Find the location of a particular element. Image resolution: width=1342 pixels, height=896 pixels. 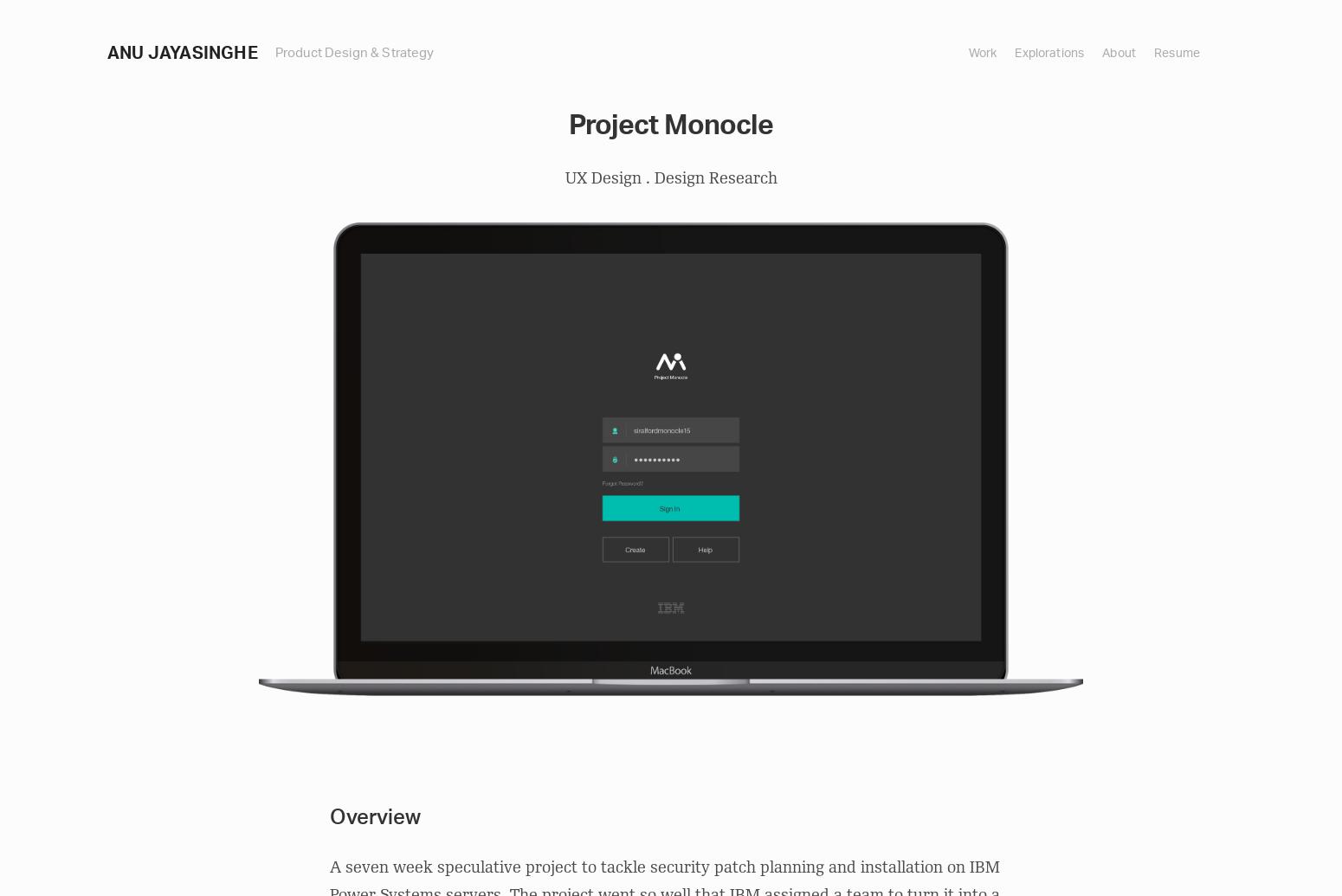

'Product Design & Strategy' is located at coordinates (354, 52).